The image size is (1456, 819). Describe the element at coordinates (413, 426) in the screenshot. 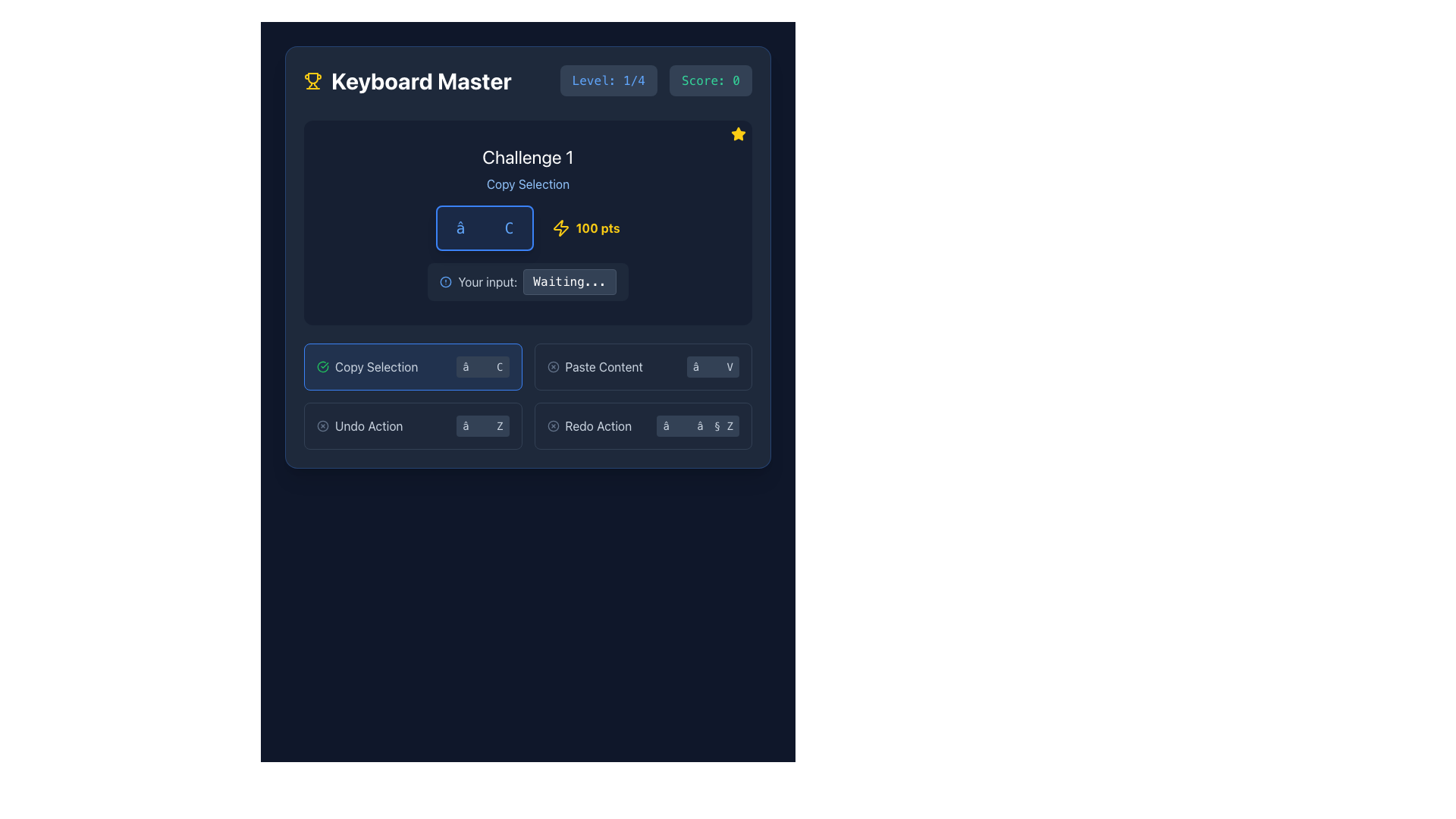

I see `the 'Undo Action' informational panel, which features a dark background, light borders, and displays 'Undo Action' on the left and '⌘ Z' on the right` at that location.